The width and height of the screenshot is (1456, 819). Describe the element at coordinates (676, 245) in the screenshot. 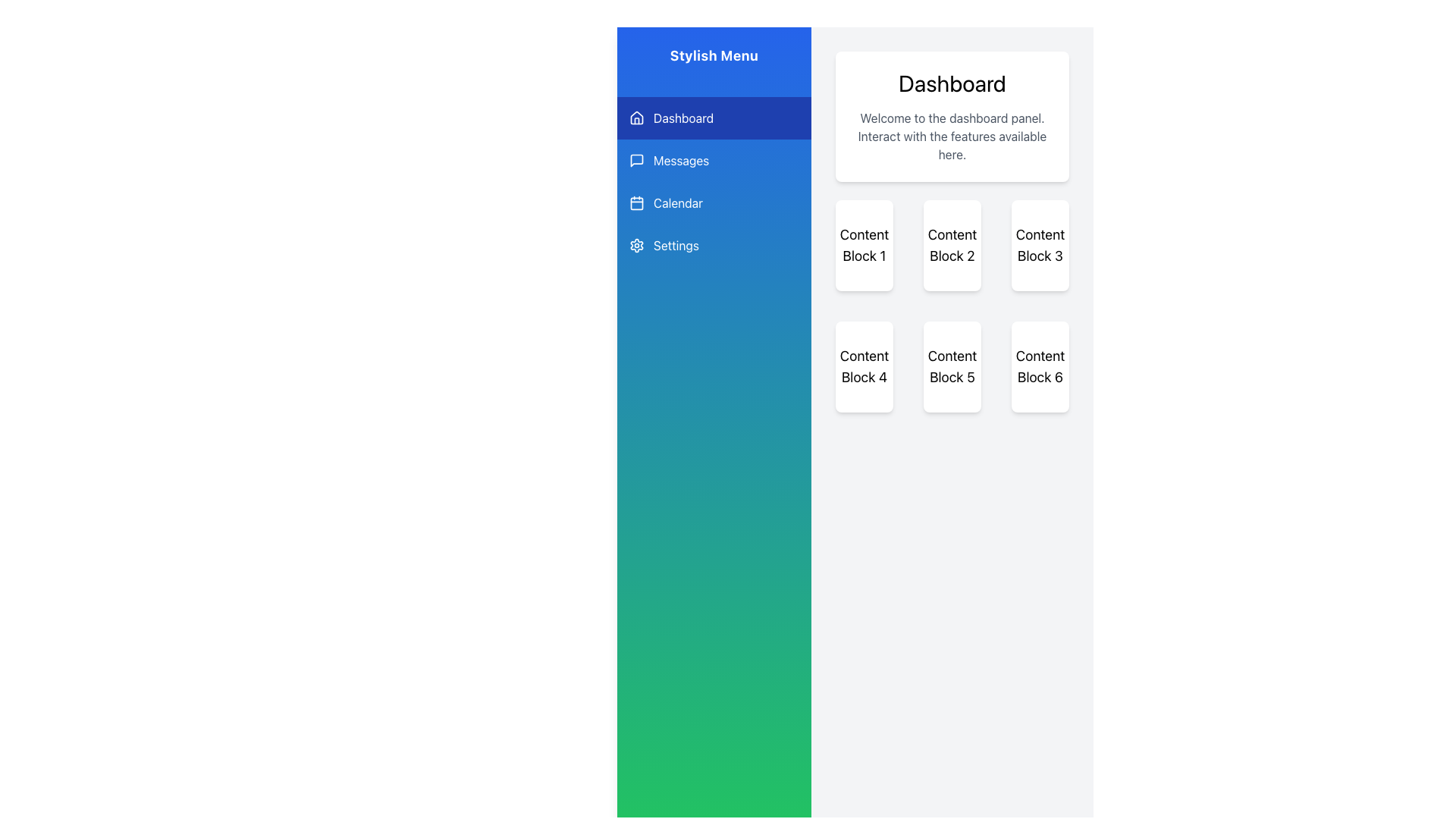

I see `the navigational text label that links to the settings page, which is the fourth entry in the left-side menu aligned with a gear icon` at that location.